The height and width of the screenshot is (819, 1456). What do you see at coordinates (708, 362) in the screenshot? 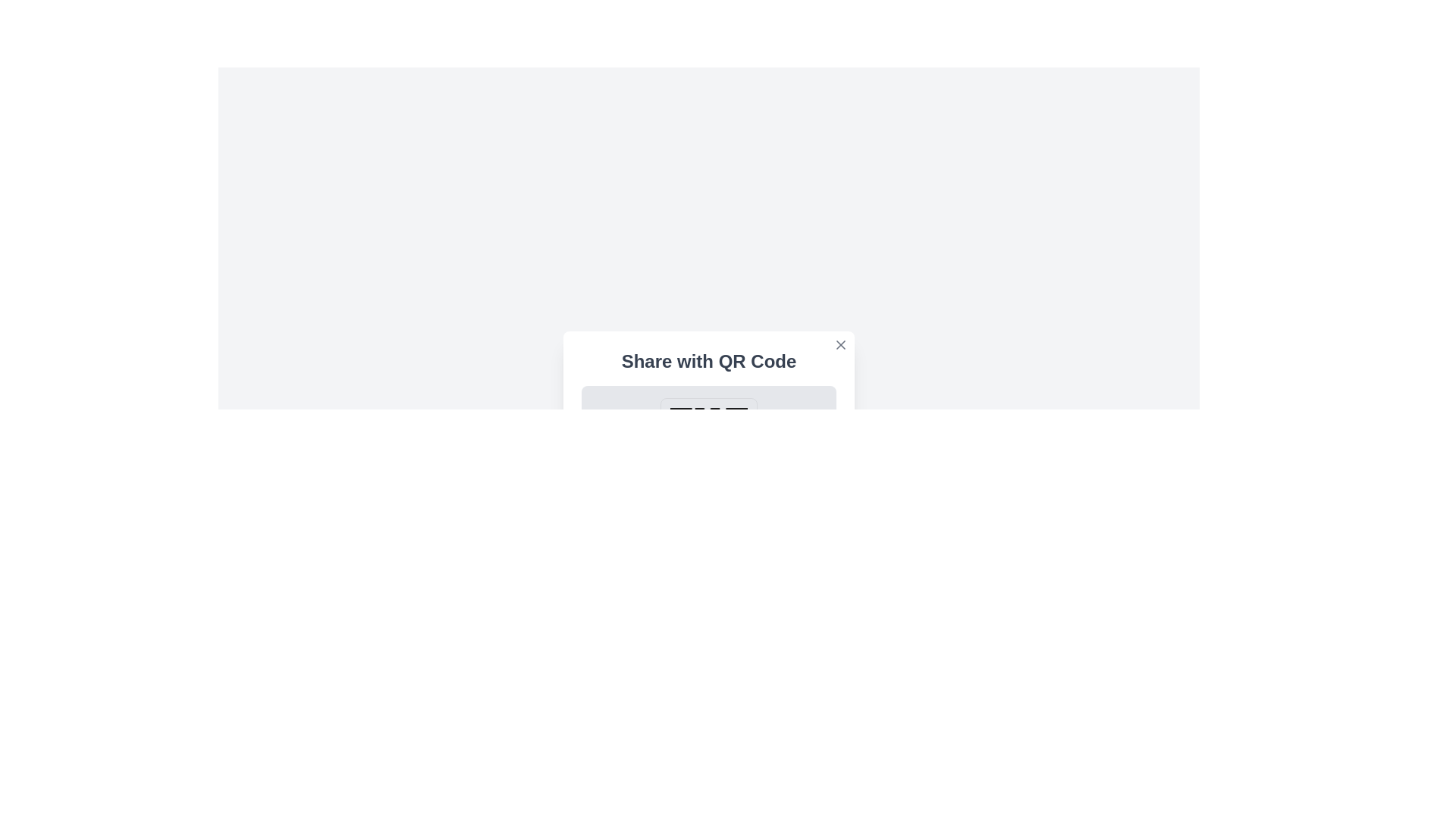
I see `title text indicating the purpose of the modal related to sharing via QR code, which is the first visible text line within the modal box located below the close button and above the QR code area` at bounding box center [708, 362].